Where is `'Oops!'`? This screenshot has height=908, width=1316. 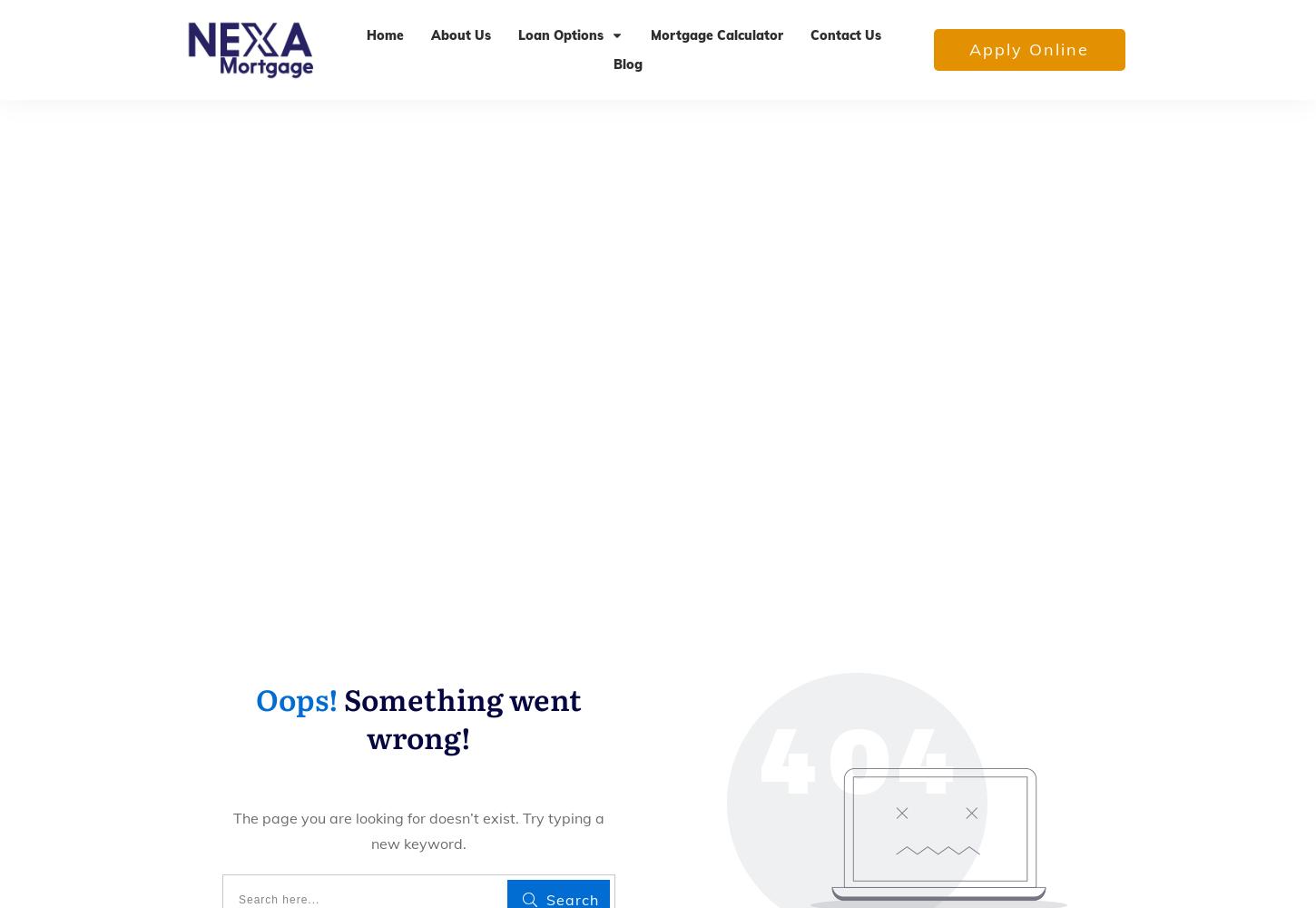
'Oops!' is located at coordinates (296, 698).